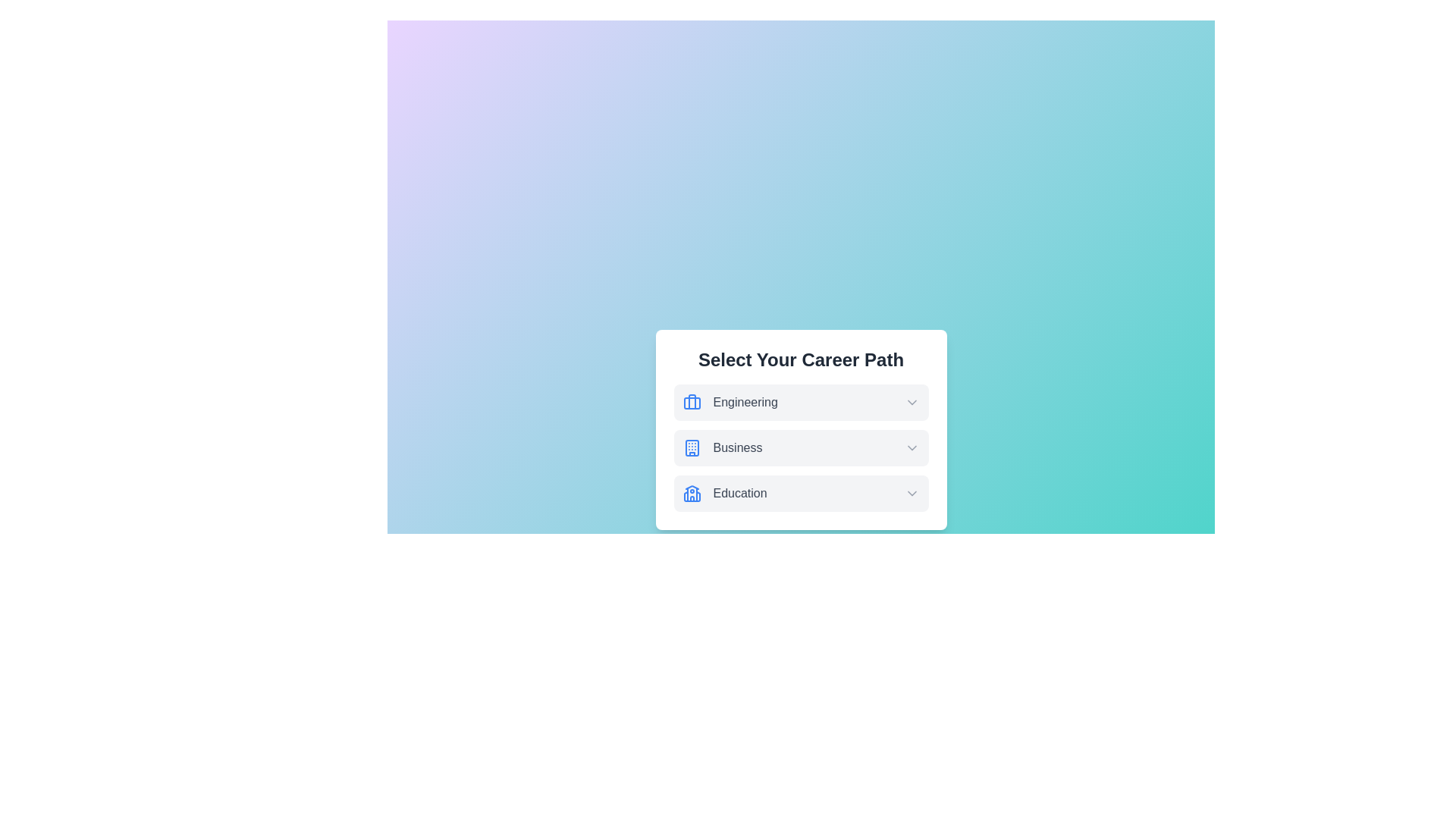 This screenshot has height=819, width=1456. I want to click on the career option Education from the dialog, so click(800, 494).